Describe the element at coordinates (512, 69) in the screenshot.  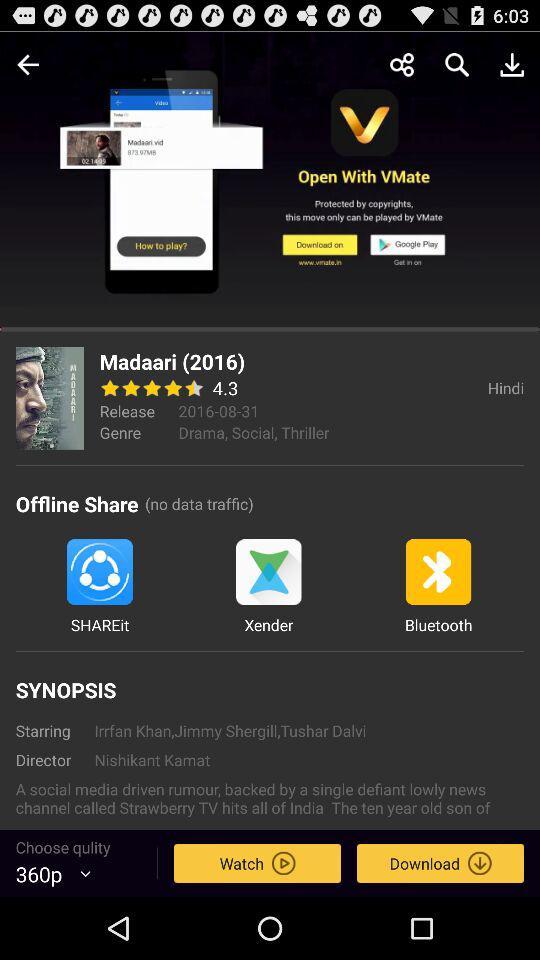
I see `the file_download icon` at that location.